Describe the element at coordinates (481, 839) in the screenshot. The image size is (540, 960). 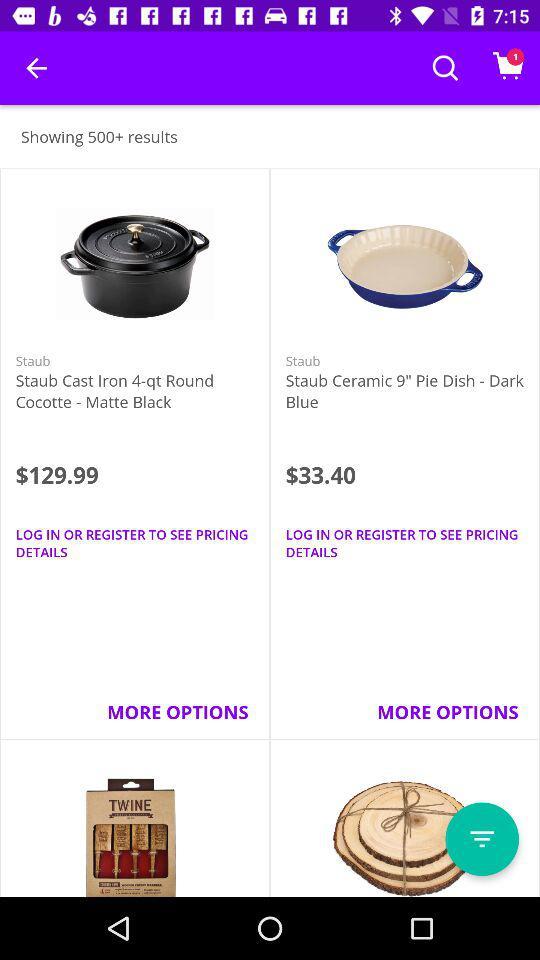
I see `item below more options` at that location.